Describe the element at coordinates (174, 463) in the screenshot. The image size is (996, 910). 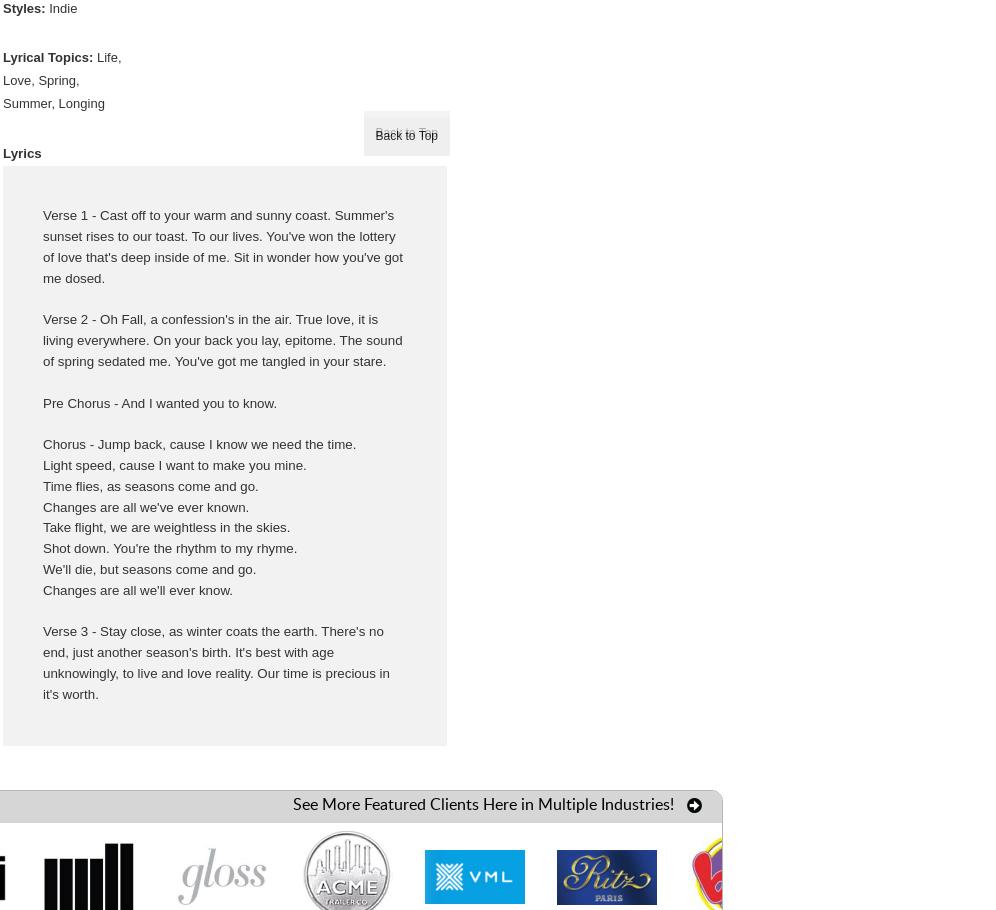
I see `'Light speed, cause I want to make you mine.'` at that location.